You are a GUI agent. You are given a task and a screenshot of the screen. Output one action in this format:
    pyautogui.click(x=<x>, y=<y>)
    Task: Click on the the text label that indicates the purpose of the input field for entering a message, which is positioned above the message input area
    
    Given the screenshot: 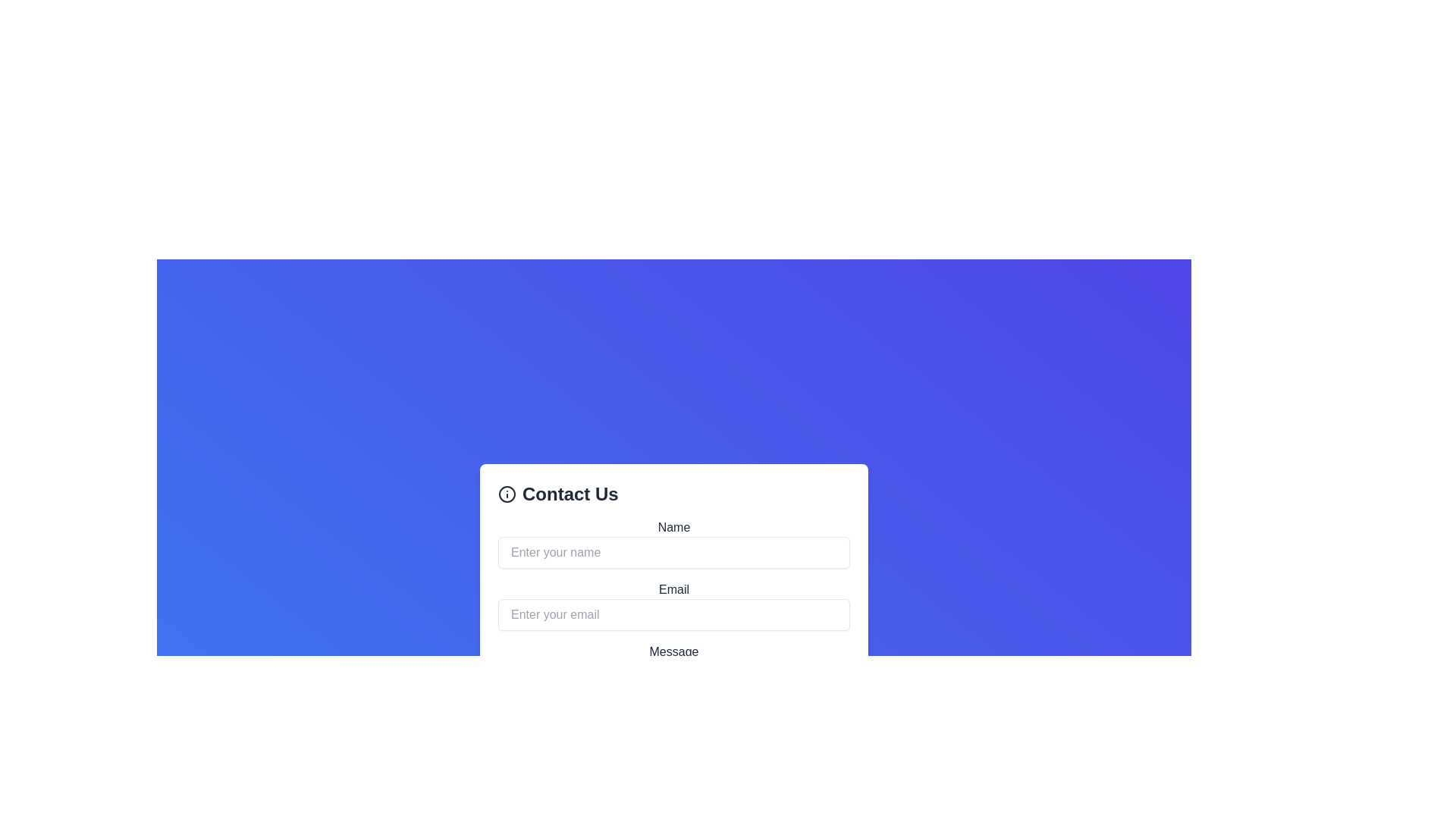 What is the action you would take?
    pyautogui.click(x=673, y=651)
    